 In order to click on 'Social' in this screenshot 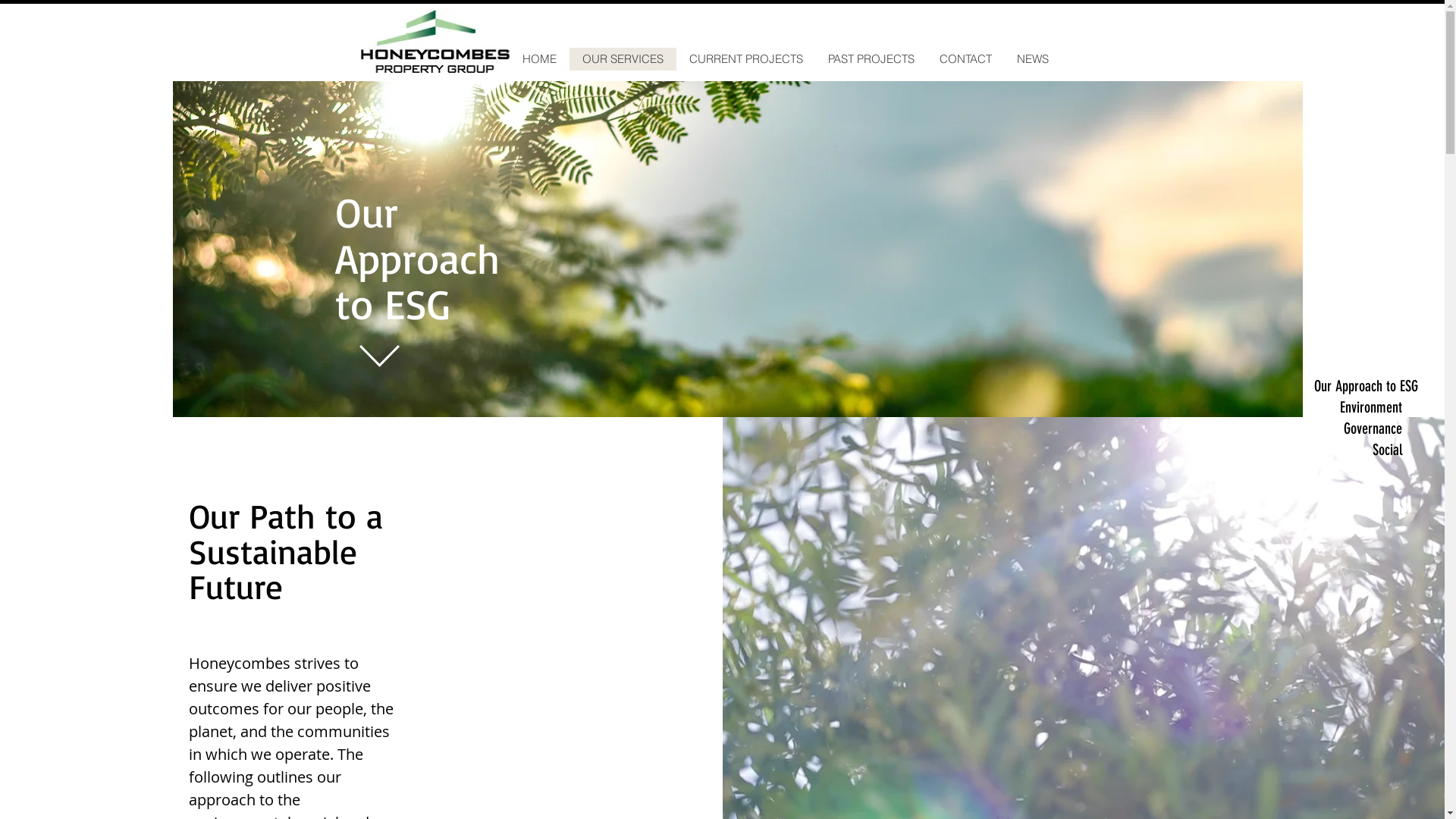, I will do `click(1313, 449)`.